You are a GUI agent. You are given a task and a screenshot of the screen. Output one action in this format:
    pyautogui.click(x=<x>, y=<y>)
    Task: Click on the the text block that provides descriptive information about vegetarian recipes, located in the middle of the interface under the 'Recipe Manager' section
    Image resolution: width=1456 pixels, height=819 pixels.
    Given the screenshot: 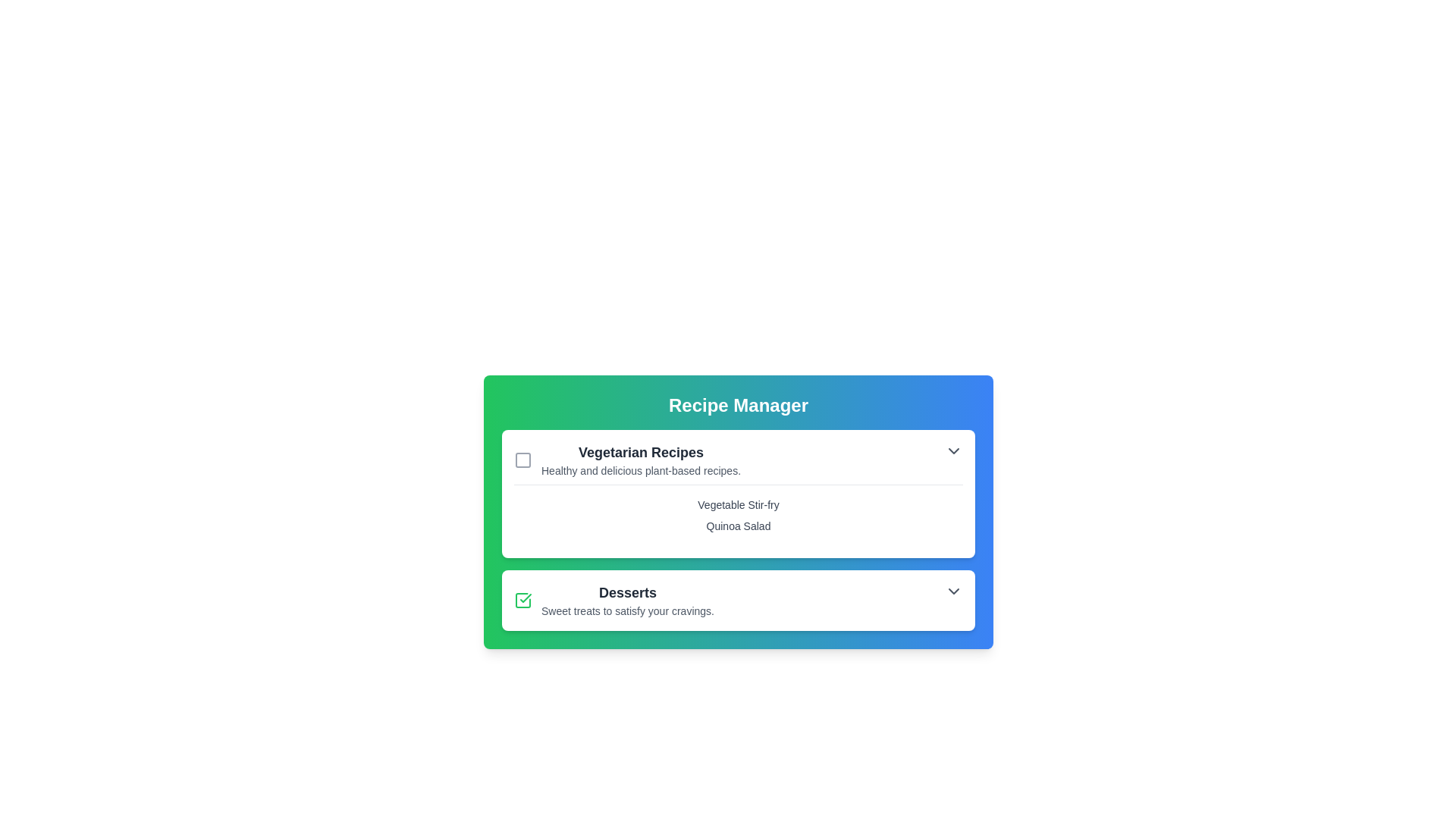 What is the action you would take?
    pyautogui.click(x=641, y=459)
    